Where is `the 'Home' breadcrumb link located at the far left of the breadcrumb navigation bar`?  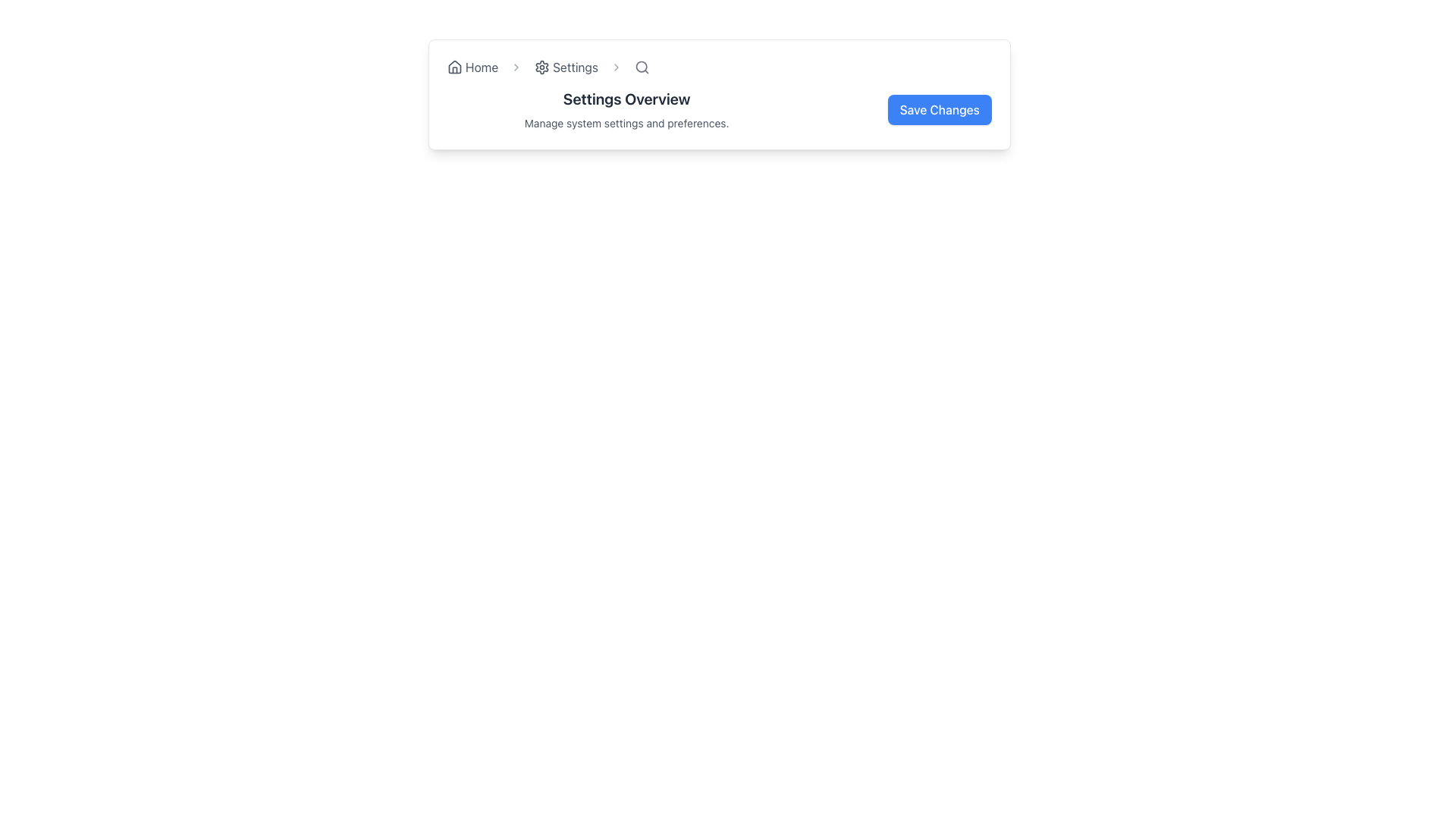 the 'Home' breadcrumb link located at the far left of the breadcrumb navigation bar is located at coordinates (472, 66).